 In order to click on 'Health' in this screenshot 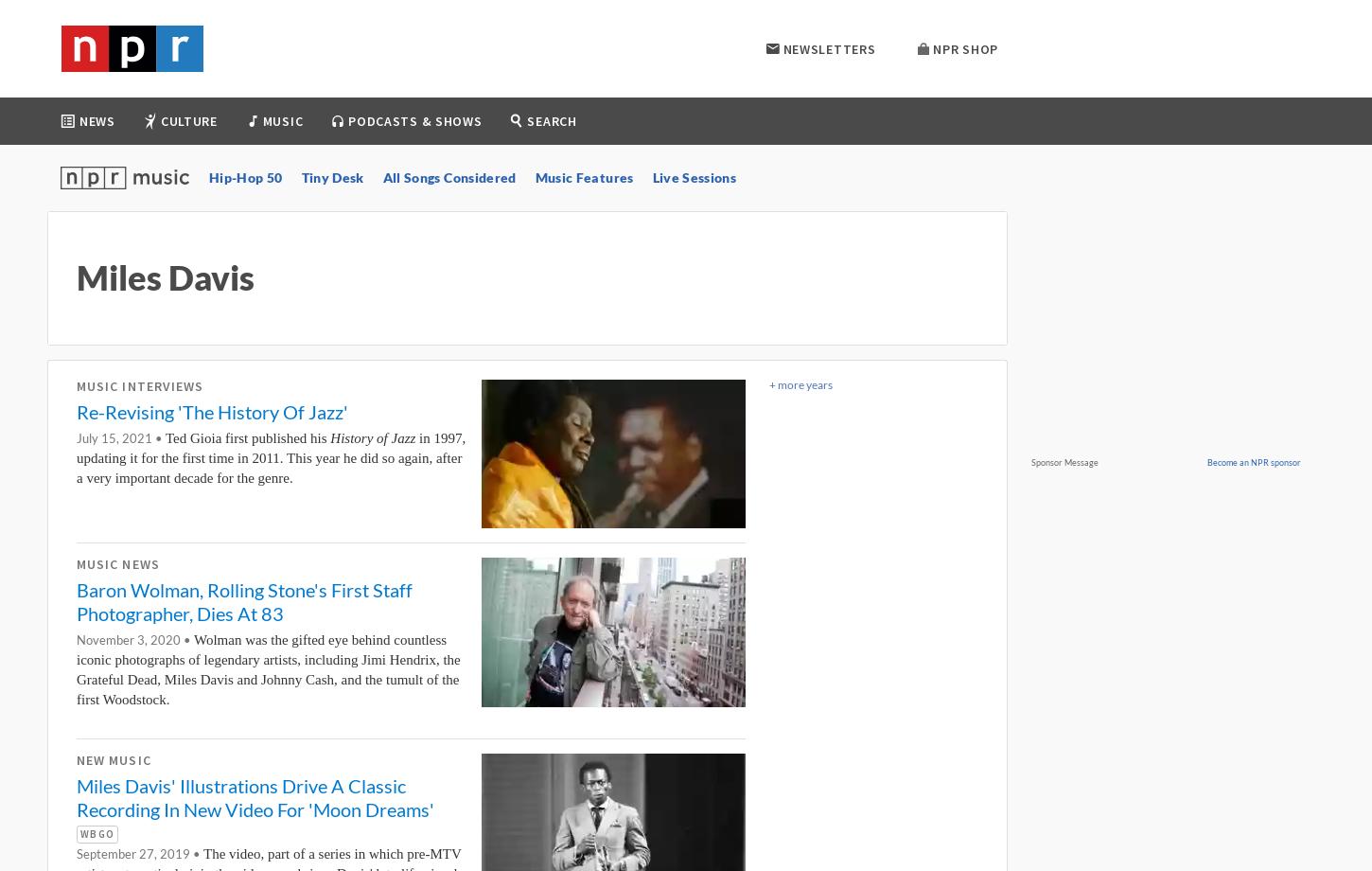, I will do `click(111, 267)`.